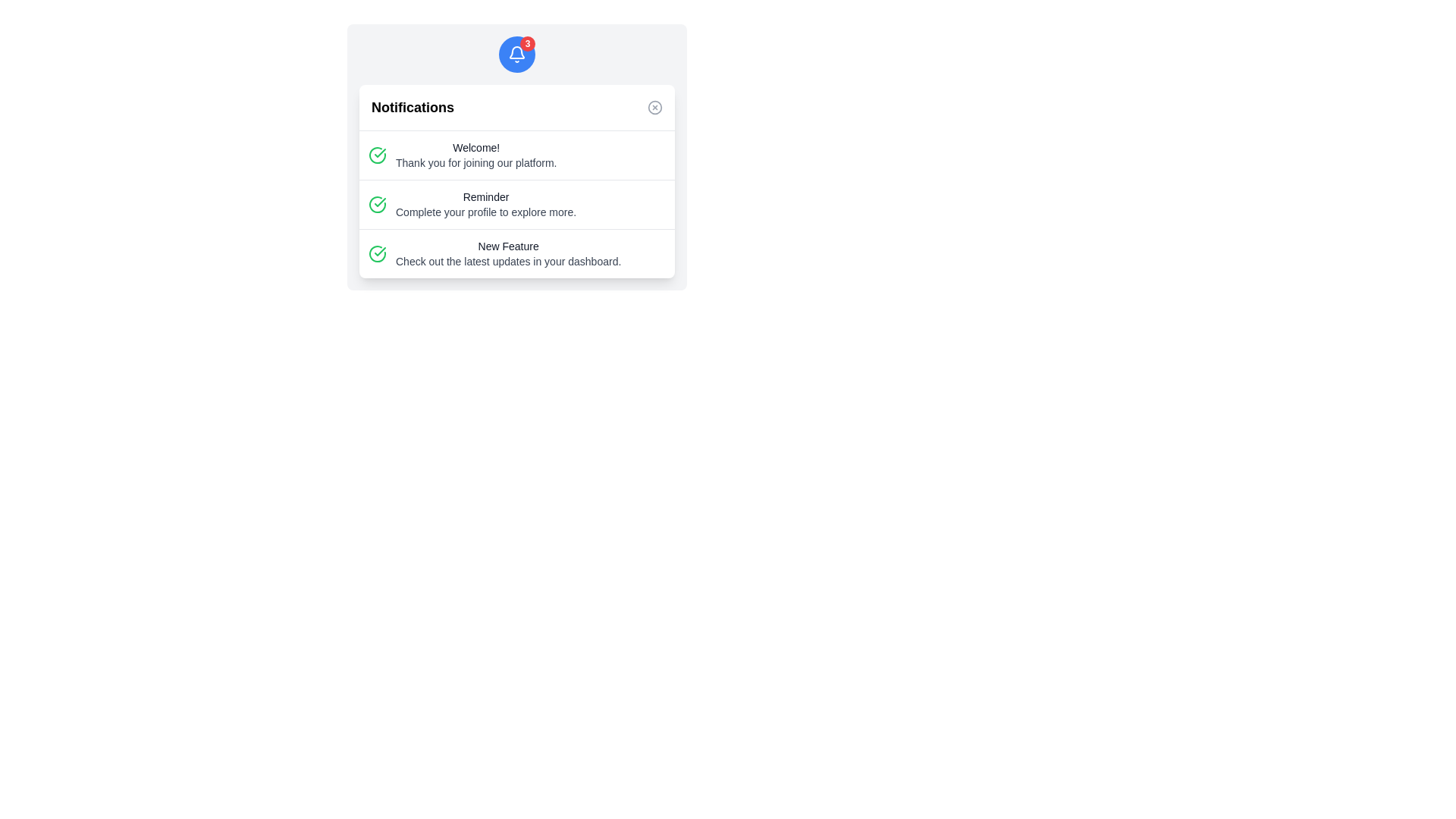 Image resolution: width=1456 pixels, height=819 pixels. What do you see at coordinates (516, 203) in the screenshot?
I see `text content of the Notification Entry positioned below the 'Welcome!' notification and above the 'New Feature' notification` at bounding box center [516, 203].